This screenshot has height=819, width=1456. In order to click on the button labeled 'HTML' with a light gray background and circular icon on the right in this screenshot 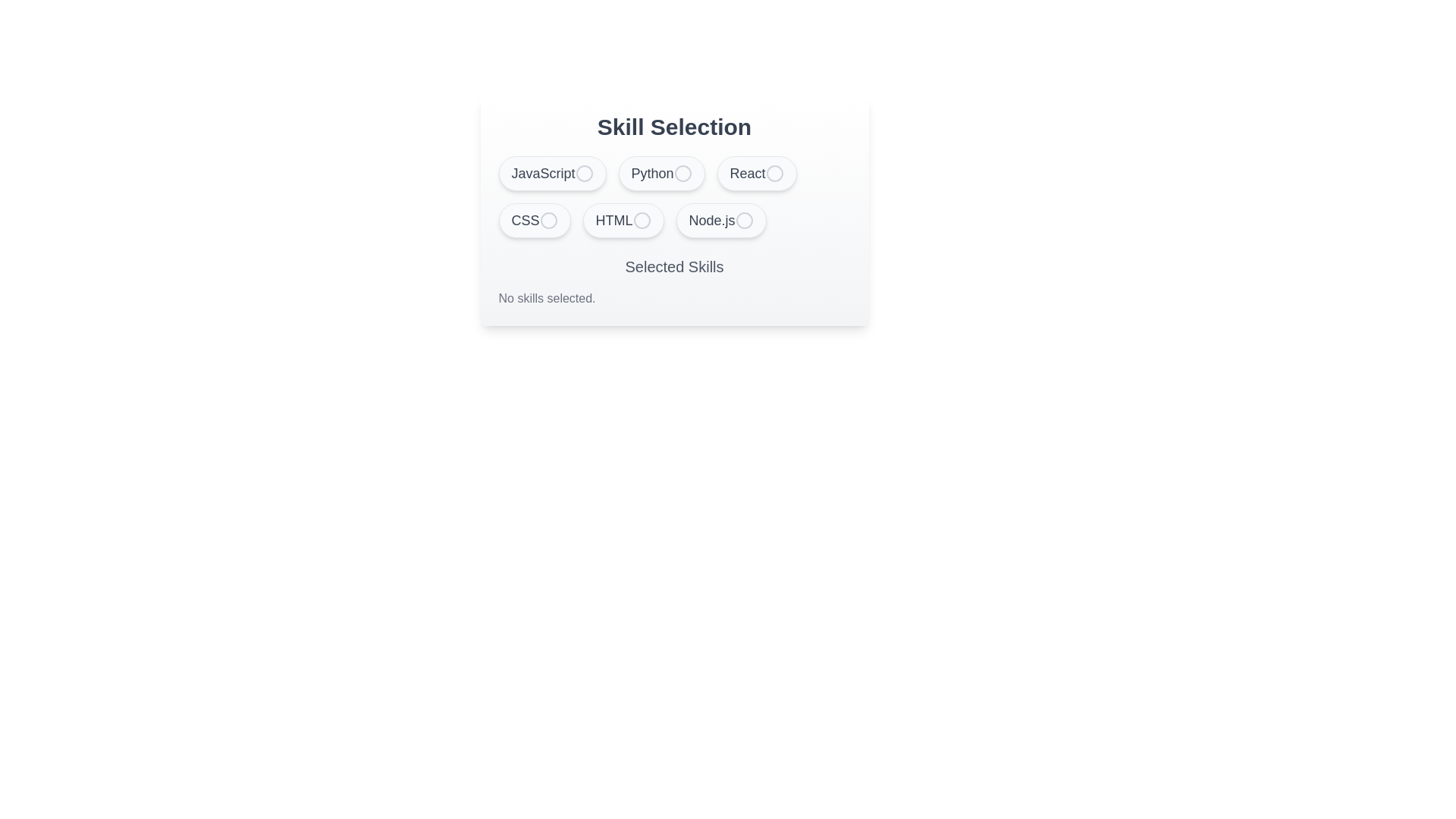, I will do `click(623, 220)`.